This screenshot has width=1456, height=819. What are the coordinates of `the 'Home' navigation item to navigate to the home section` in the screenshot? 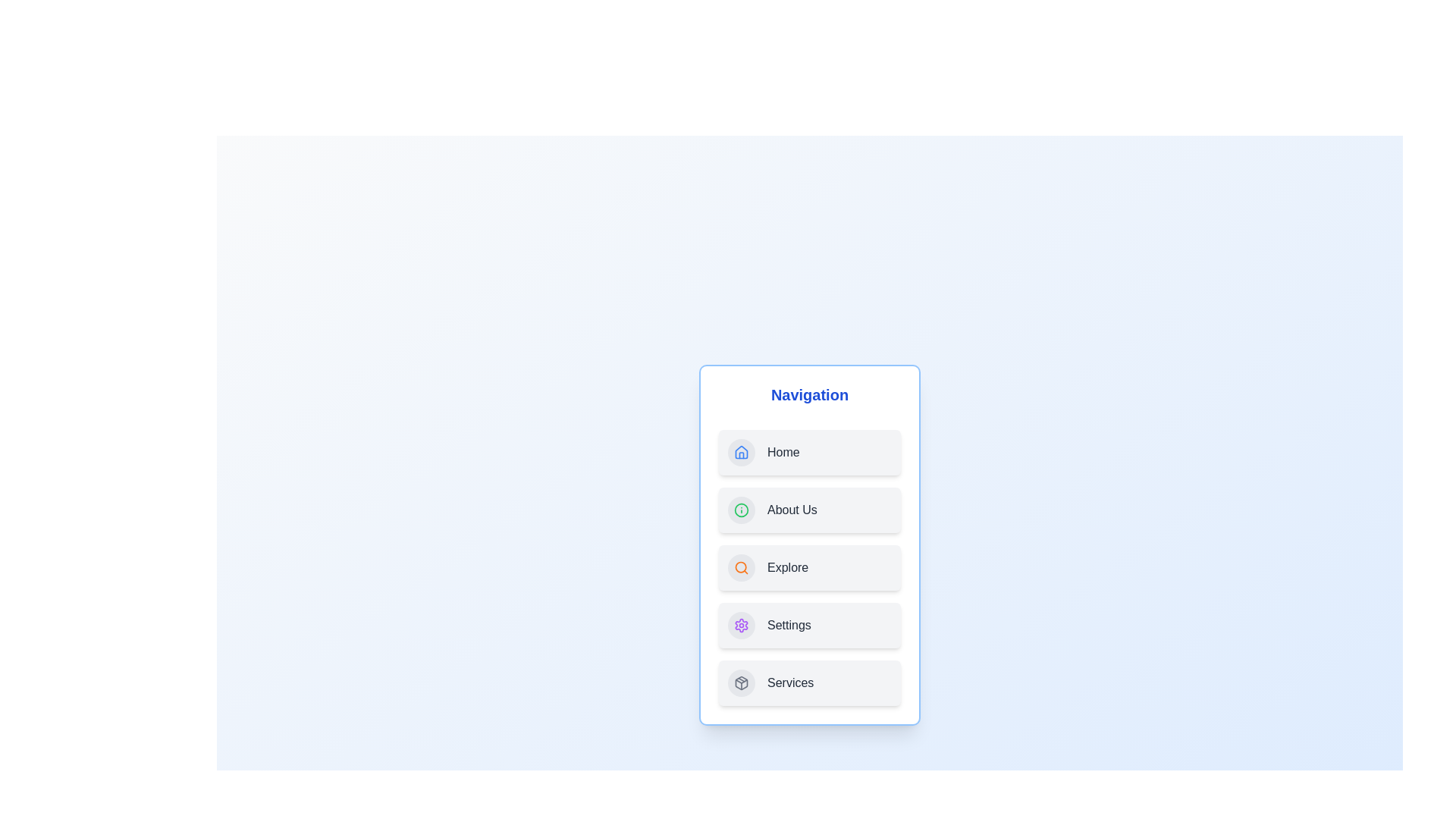 It's located at (809, 452).